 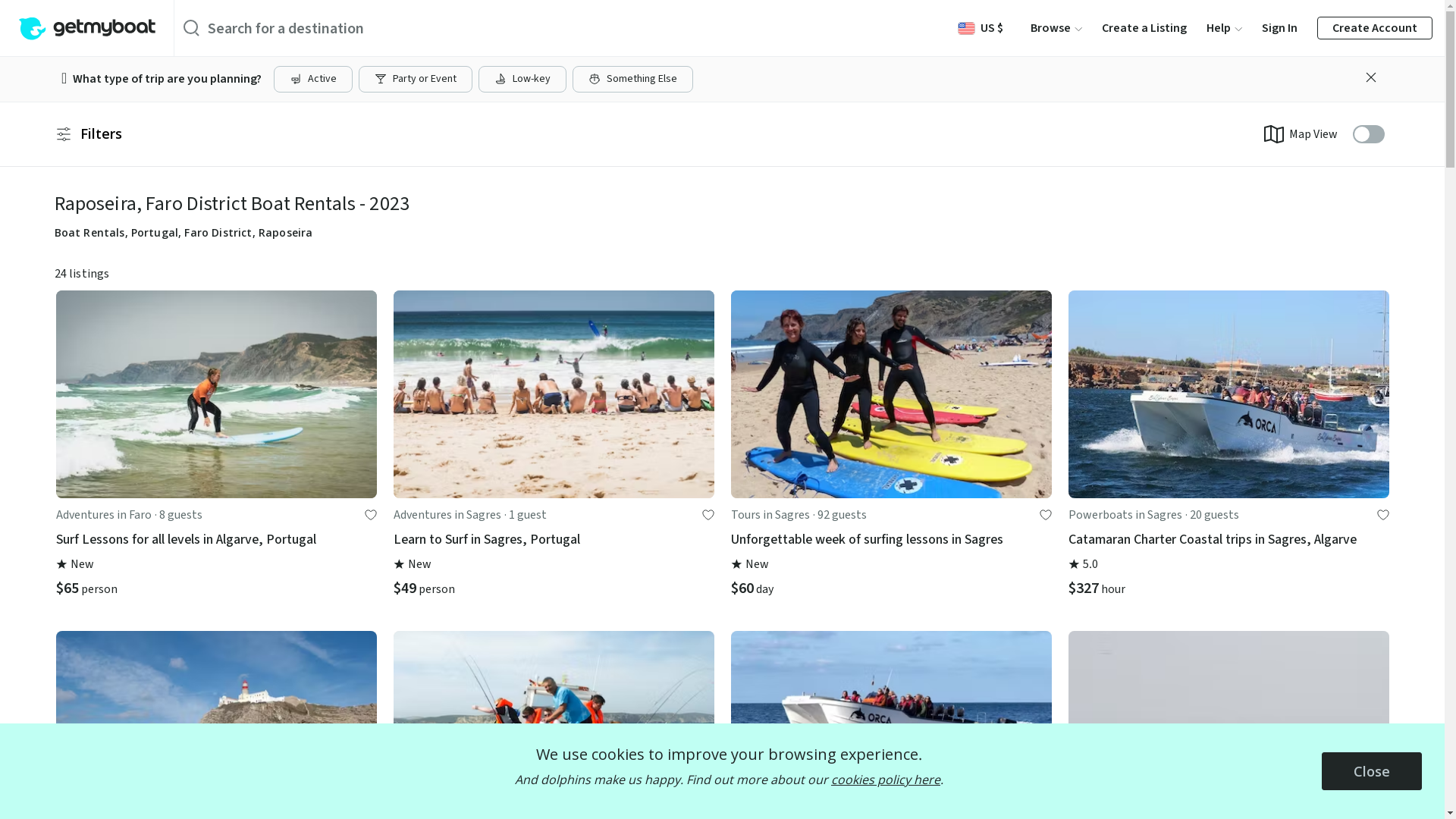 What do you see at coordinates (1224, 28) in the screenshot?
I see `'Help'` at bounding box center [1224, 28].